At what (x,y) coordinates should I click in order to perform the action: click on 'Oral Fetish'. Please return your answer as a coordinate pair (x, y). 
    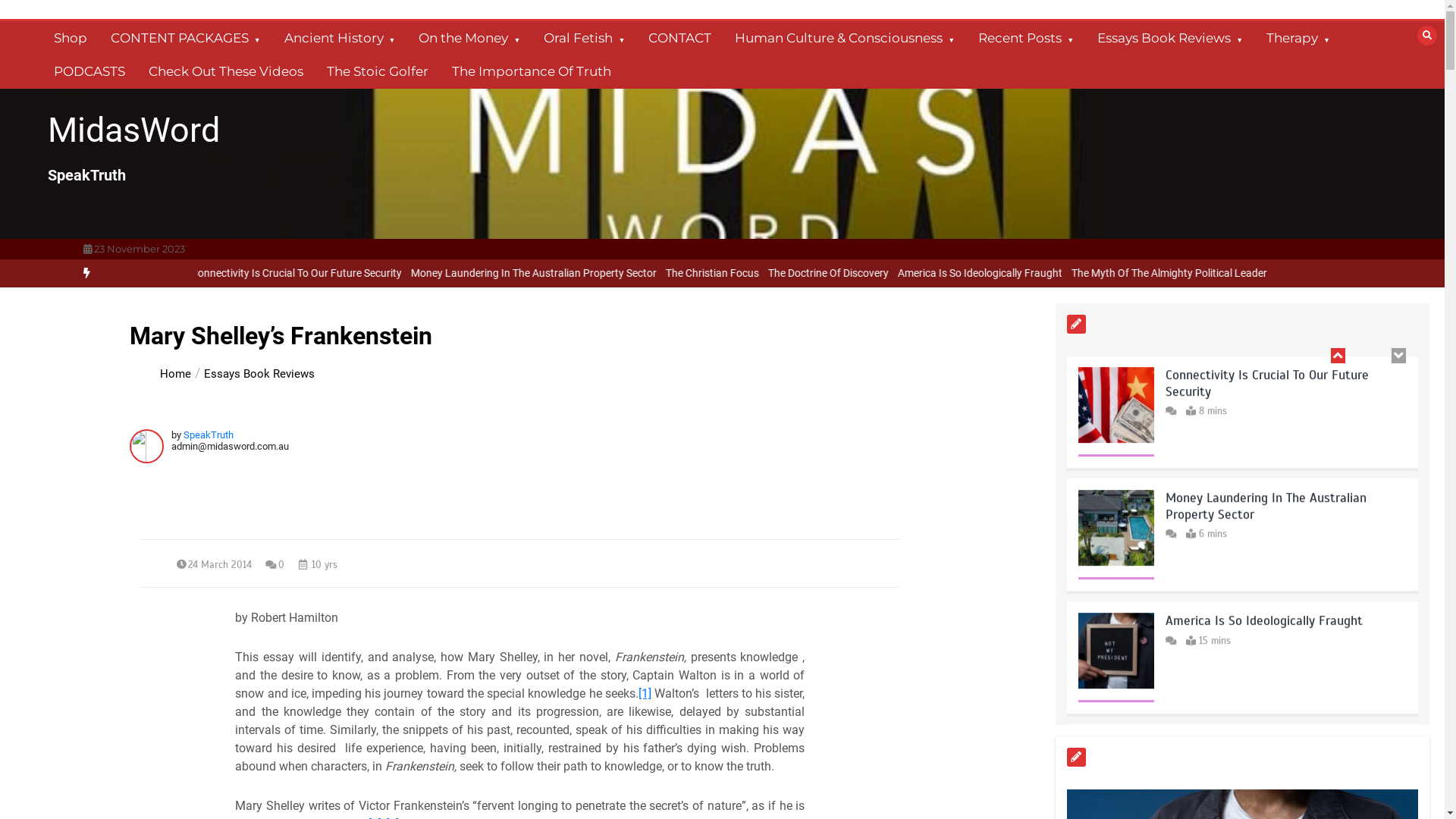
    Looking at the image, I should click on (583, 37).